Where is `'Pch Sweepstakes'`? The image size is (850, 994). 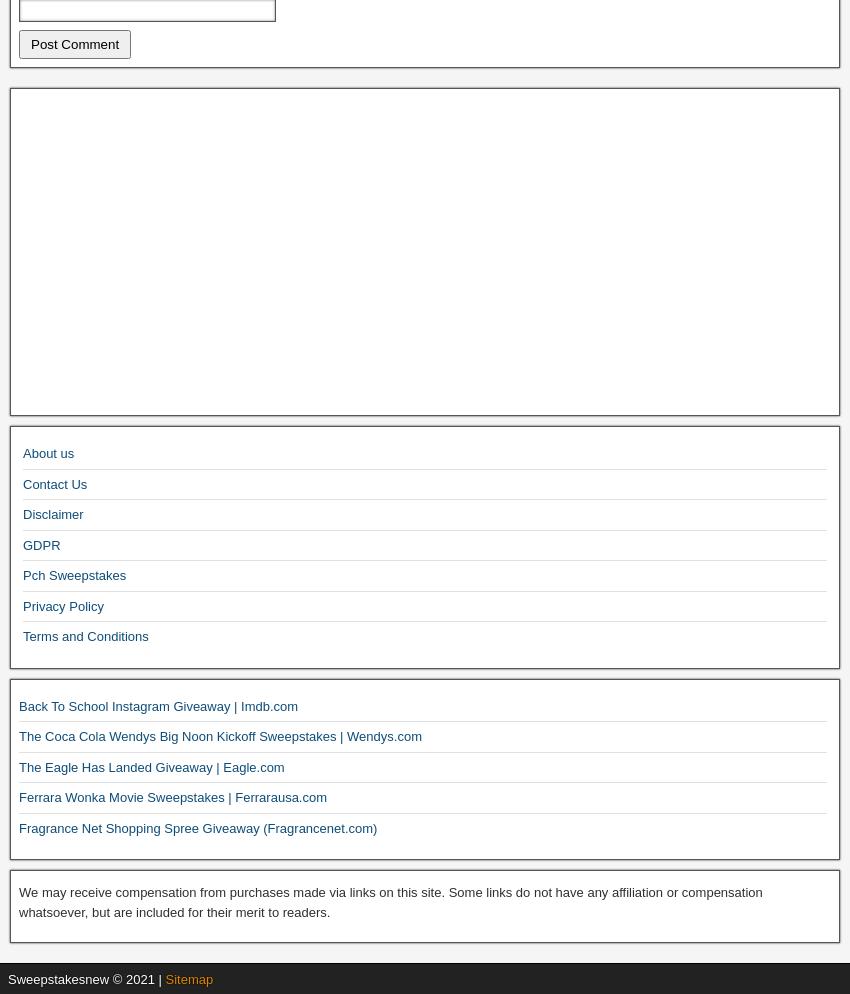
'Pch Sweepstakes' is located at coordinates (74, 575).